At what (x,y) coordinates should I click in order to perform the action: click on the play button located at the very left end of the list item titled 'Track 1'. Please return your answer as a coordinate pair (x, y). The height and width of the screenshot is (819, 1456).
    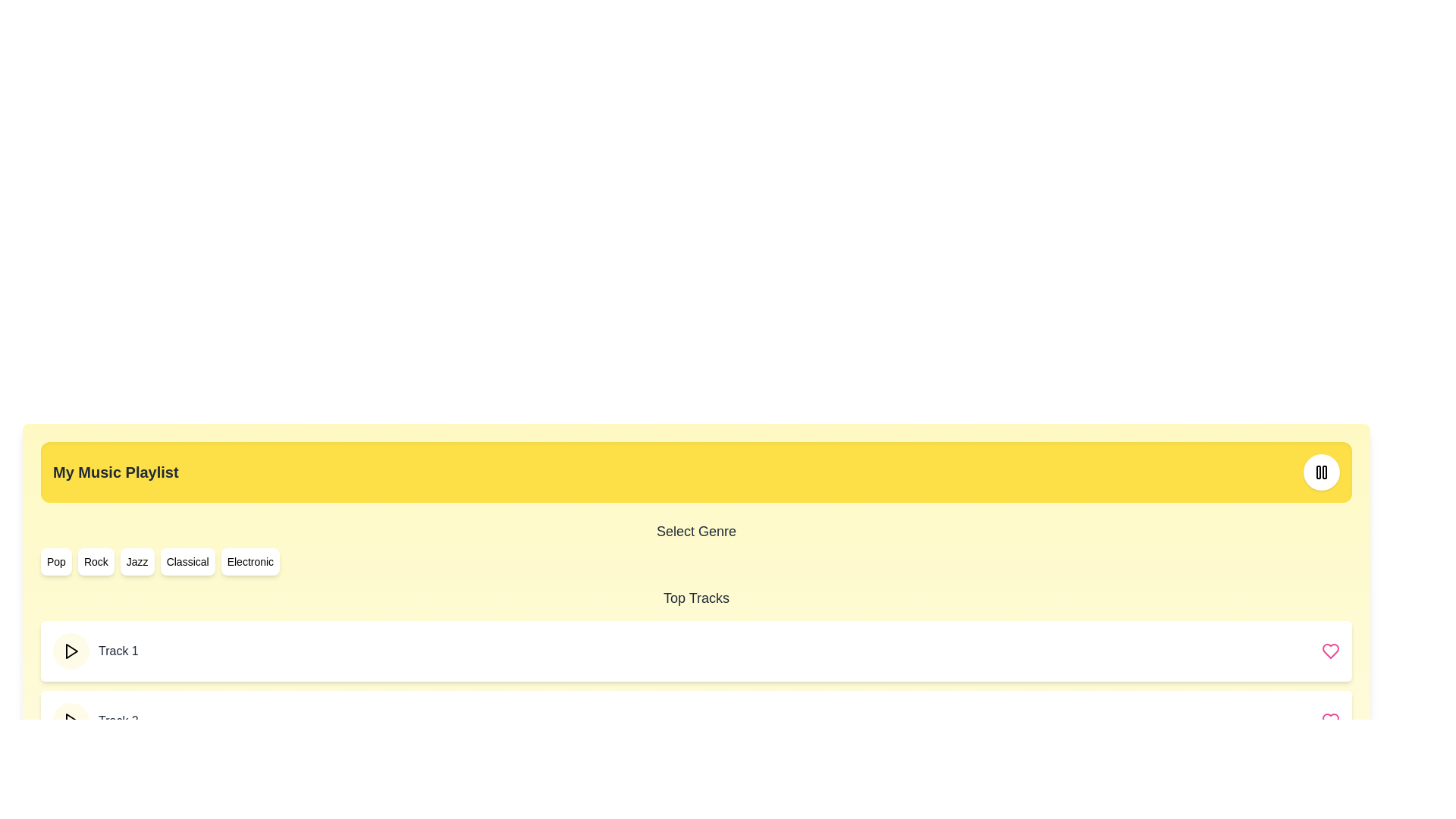
    Looking at the image, I should click on (71, 651).